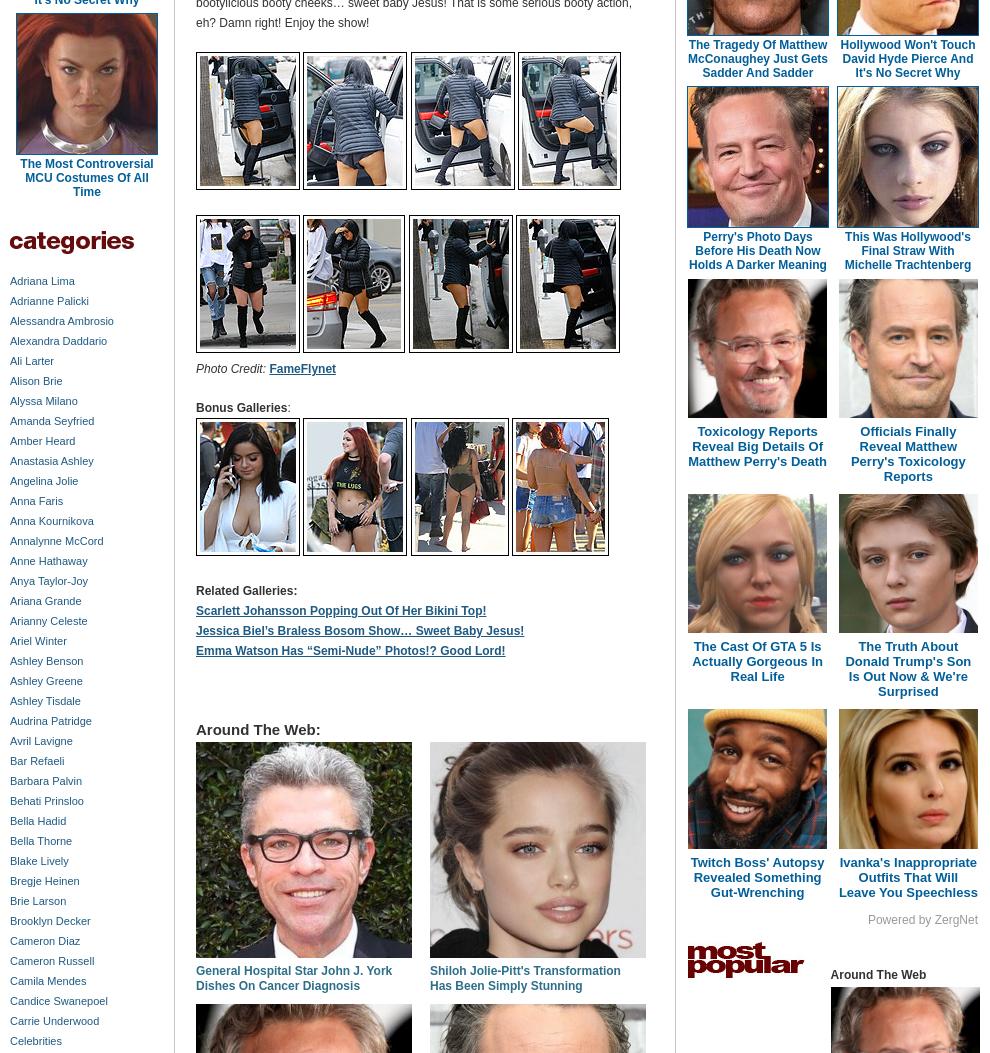  Describe the element at coordinates (8, 820) in the screenshot. I see `'Bella Hadid'` at that location.